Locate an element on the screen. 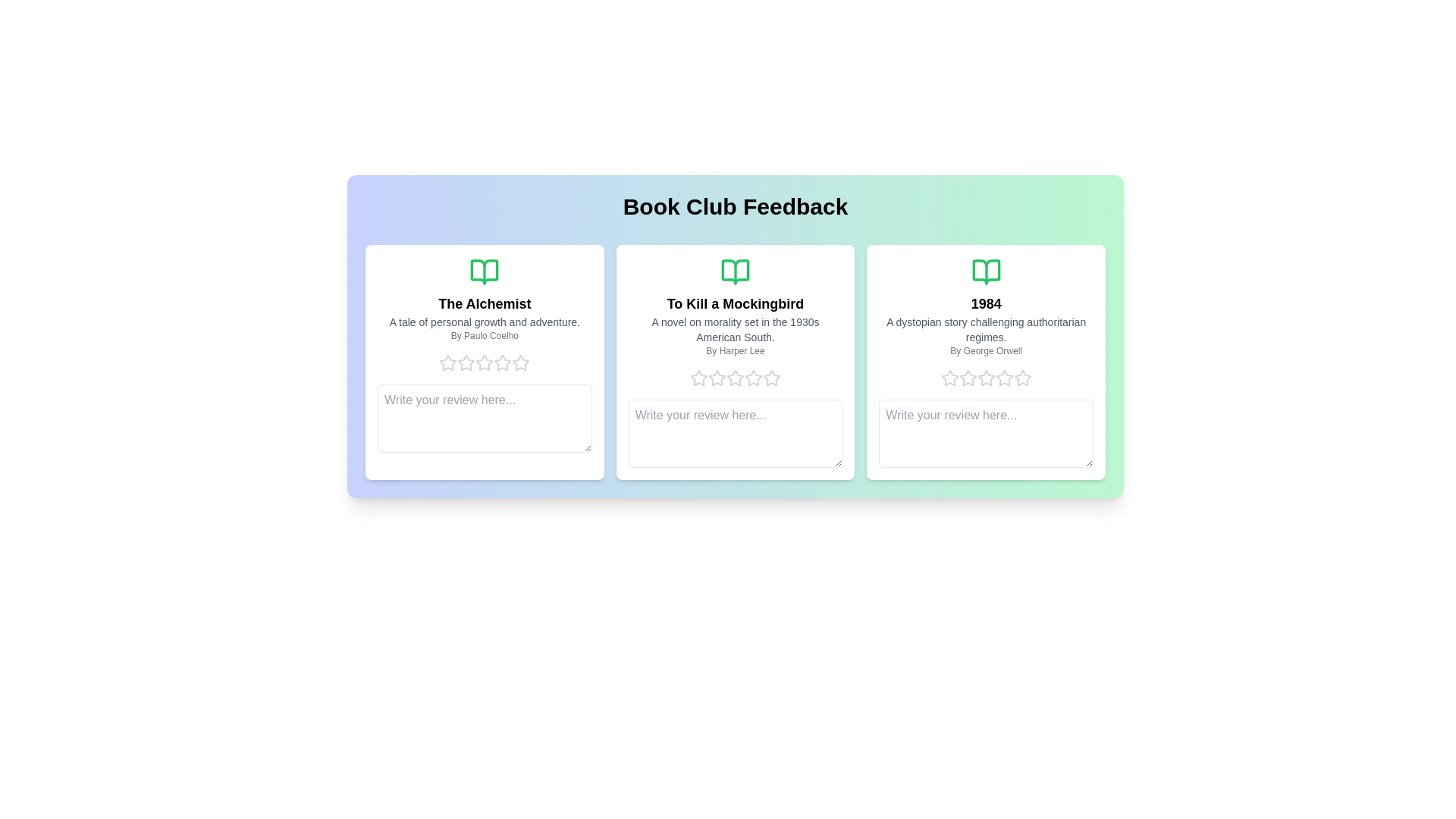 Image resolution: width=1456 pixels, height=819 pixels. the third star icon in the star rating component below the title 'The Alchemist' is located at coordinates (521, 362).